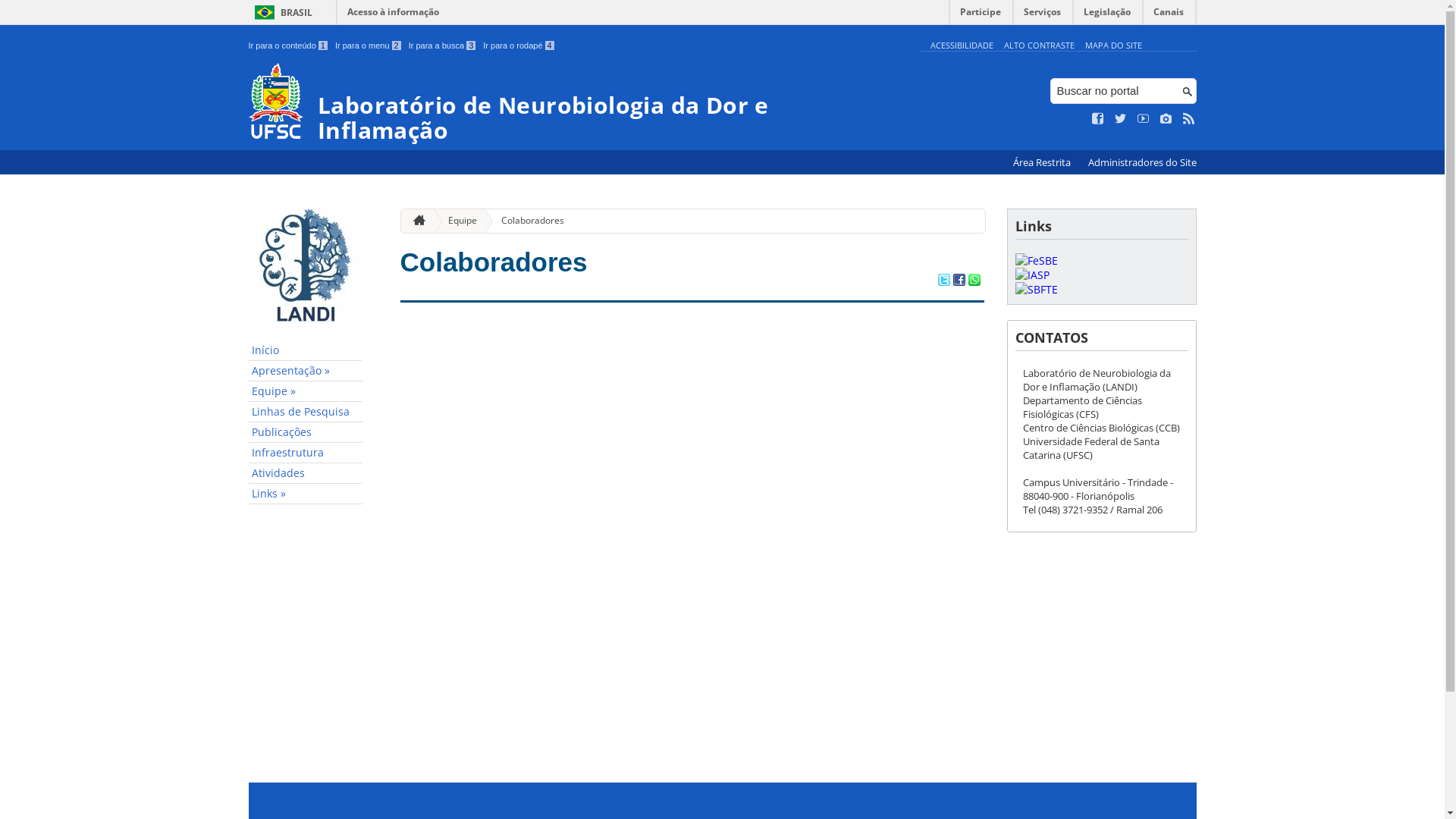 The height and width of the screenshot is (819, 1456). Describe the element at coordinates (1121, 118) in the screenshot. I see `'Siga no Twitter'` at that location.